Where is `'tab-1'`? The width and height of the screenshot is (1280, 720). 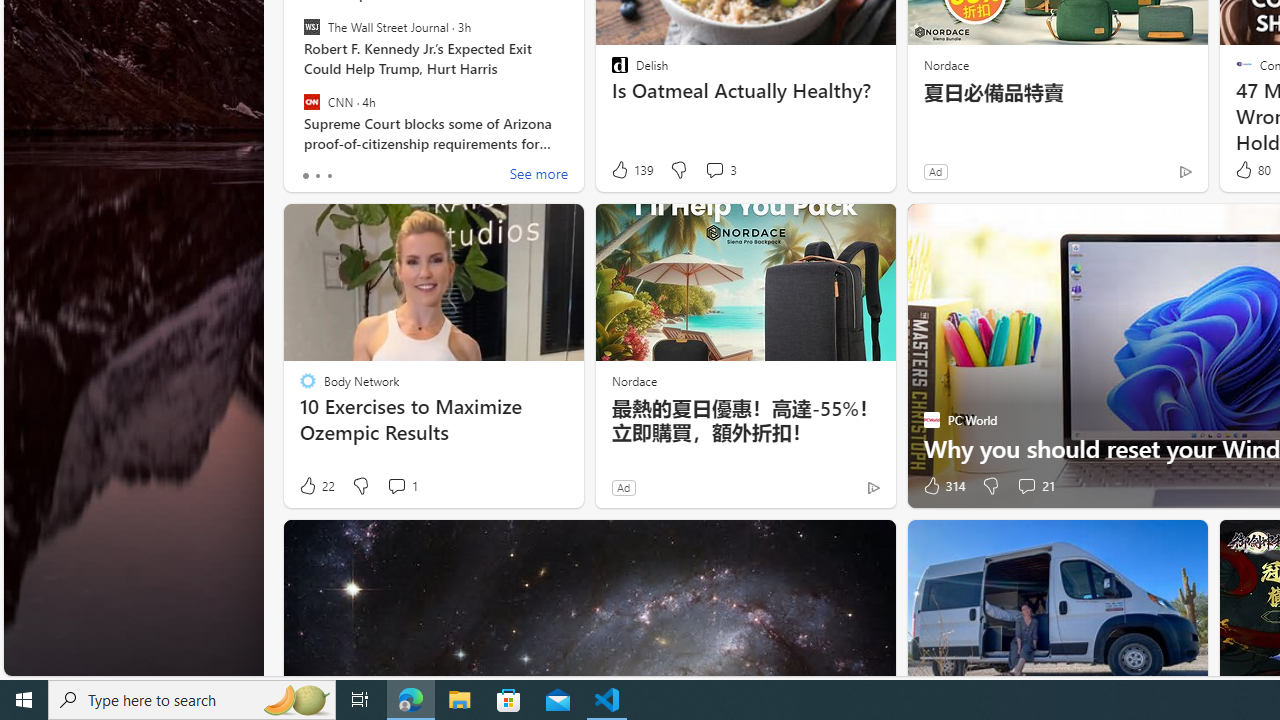 'tab-1' is located at coordinates (316, 175).